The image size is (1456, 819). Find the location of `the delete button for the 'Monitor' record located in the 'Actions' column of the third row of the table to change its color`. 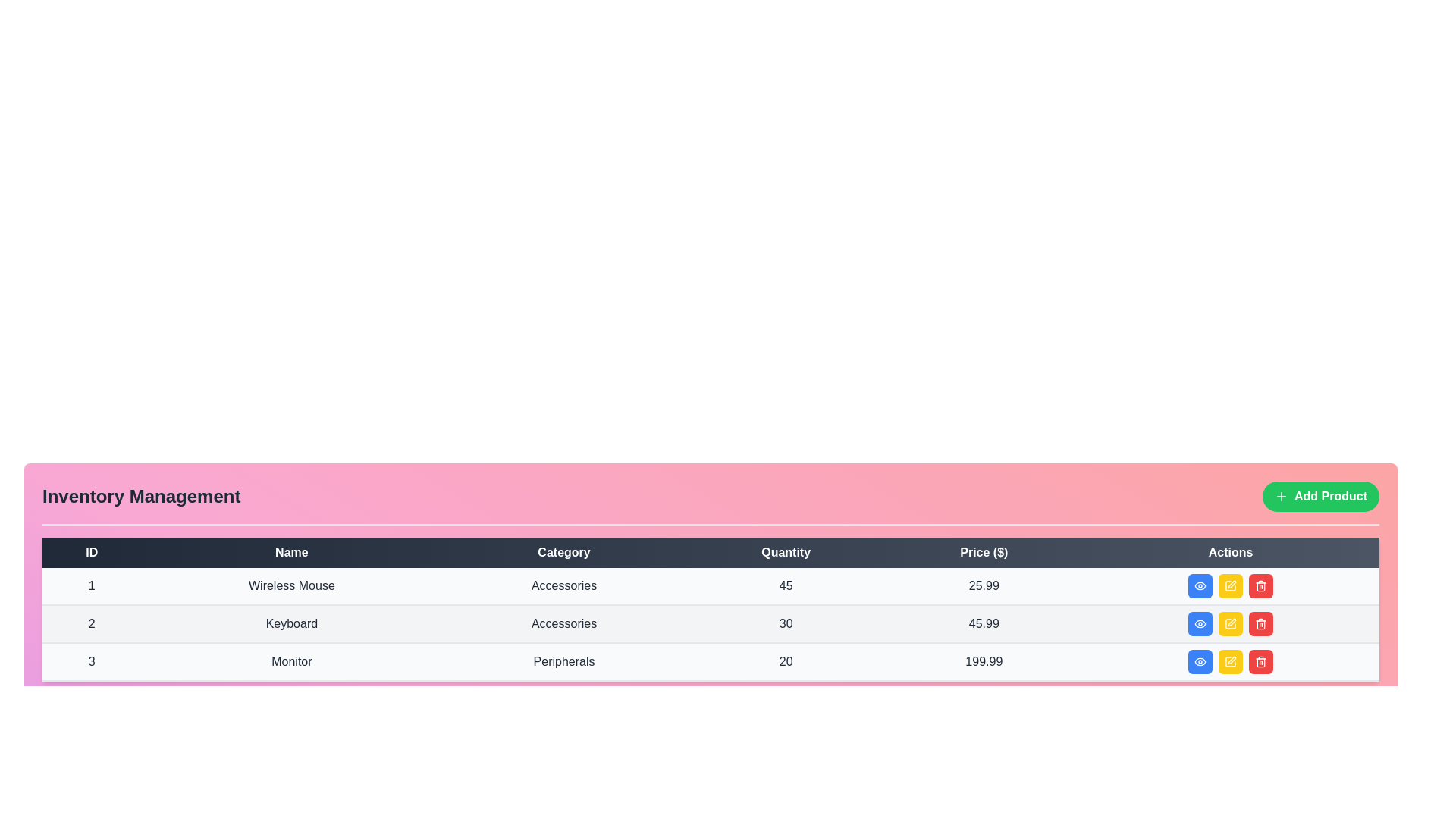

the delete button for the 'Monitor' record located in the 'Actions' column of the third row of the table to change its color is located at coordinates (1261, 661).